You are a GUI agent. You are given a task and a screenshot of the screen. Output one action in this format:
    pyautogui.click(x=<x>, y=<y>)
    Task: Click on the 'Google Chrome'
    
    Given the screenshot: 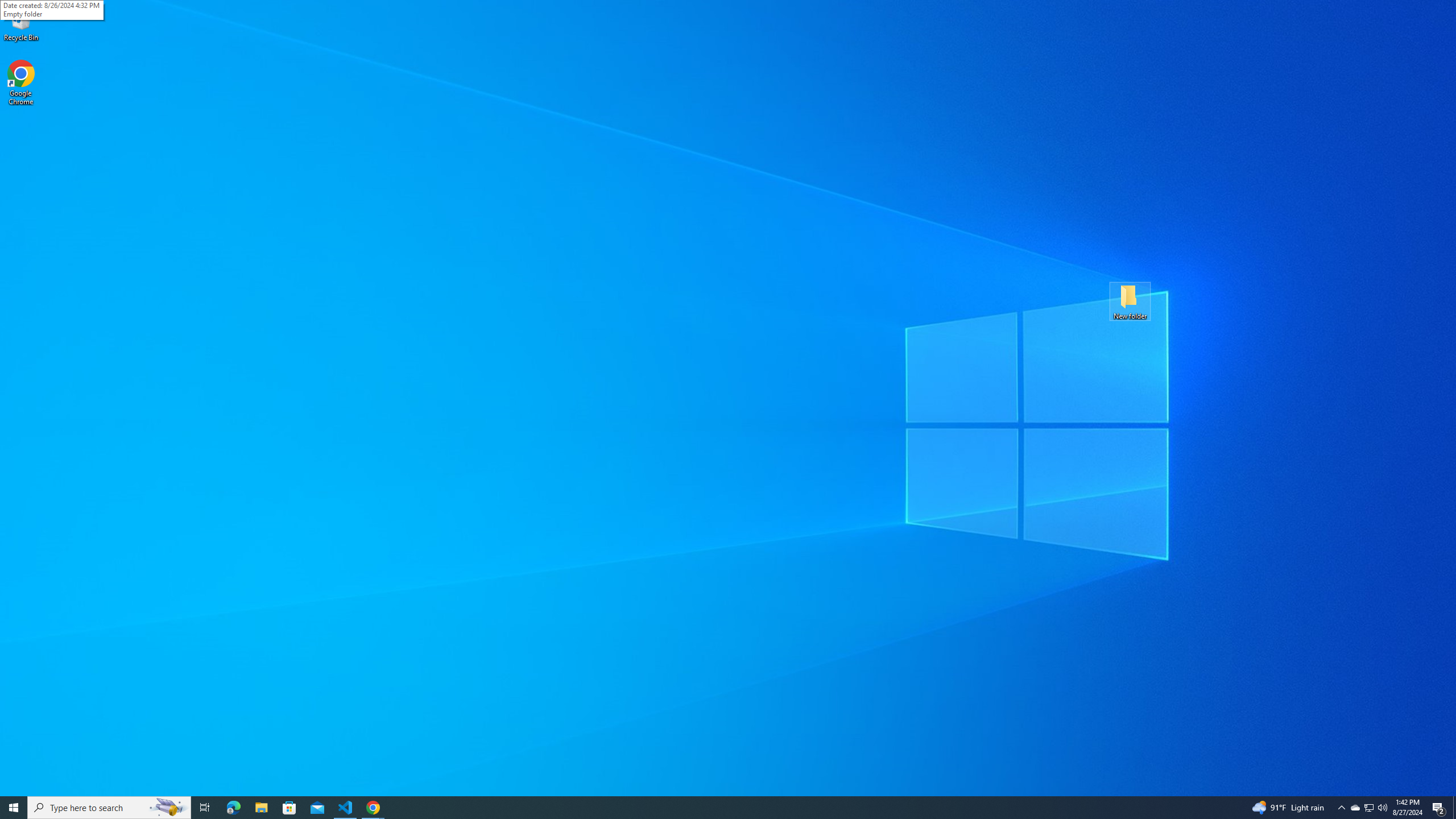 What is the action you would take?
    pyautogui.click(x=20, y=82)
    